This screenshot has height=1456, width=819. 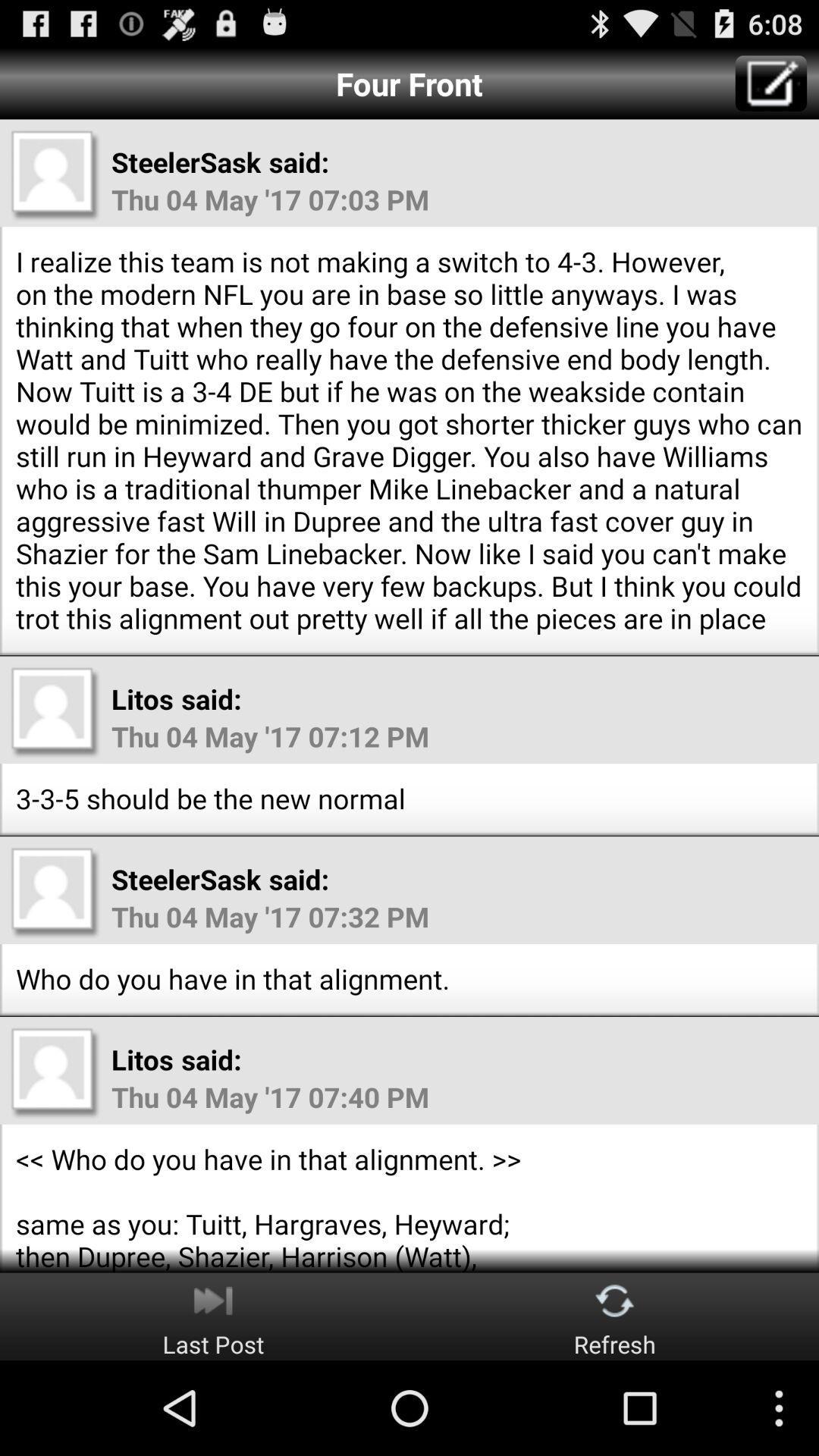 I want to click on search profile, so click(x=55, y=711).